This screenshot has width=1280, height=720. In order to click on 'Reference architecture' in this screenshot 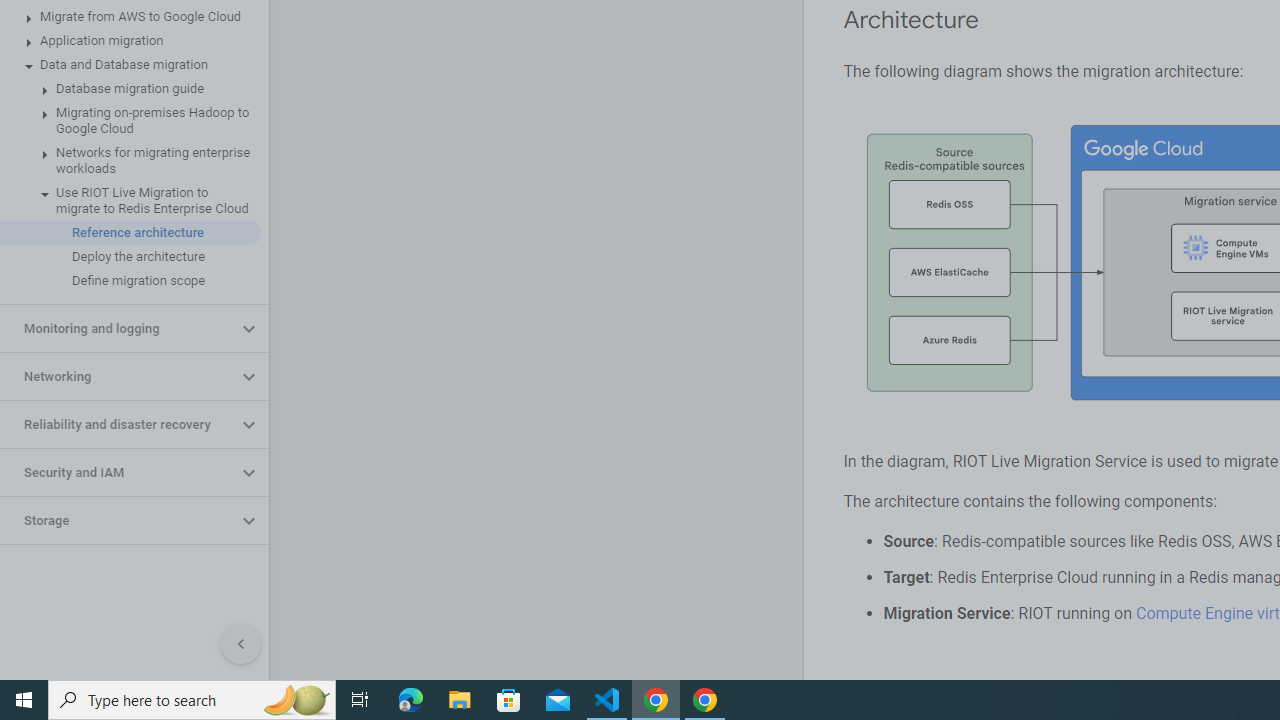, I will do `click(129, 231)`.